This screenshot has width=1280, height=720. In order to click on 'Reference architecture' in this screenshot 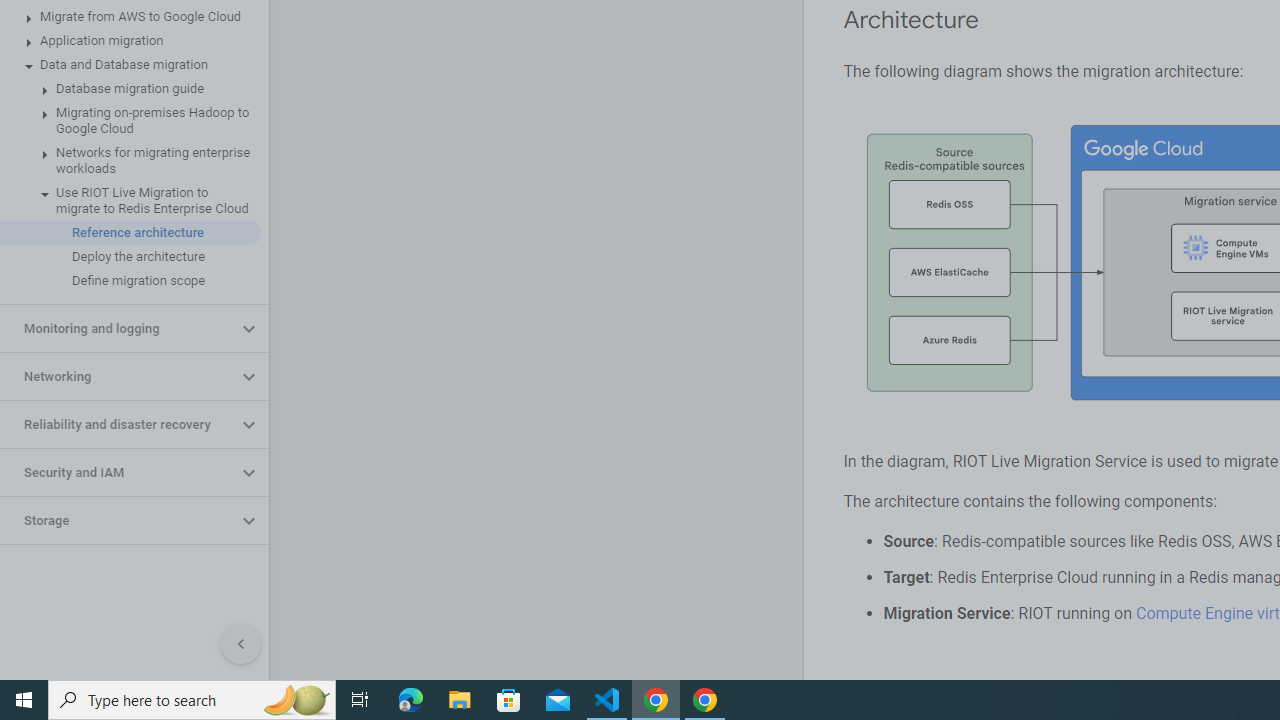, I will do `click(129, 231)`.